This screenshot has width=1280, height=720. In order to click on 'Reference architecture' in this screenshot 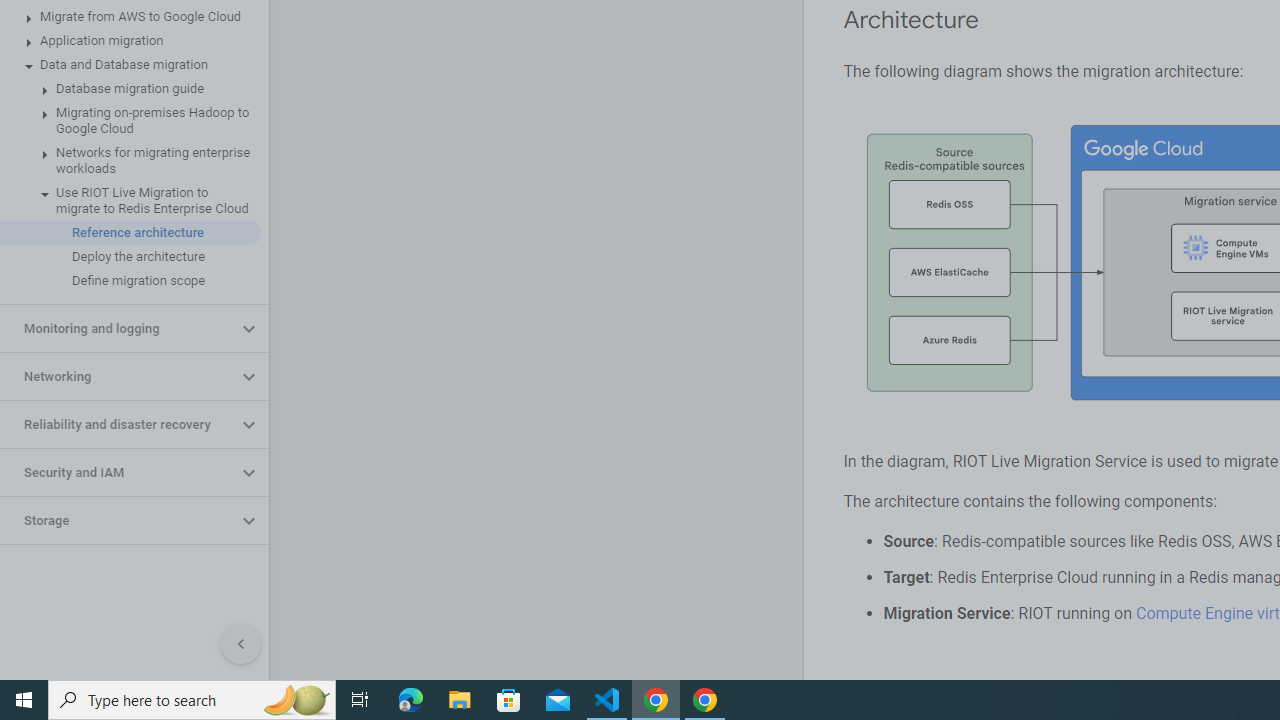, I will do `click(129, 231)`.